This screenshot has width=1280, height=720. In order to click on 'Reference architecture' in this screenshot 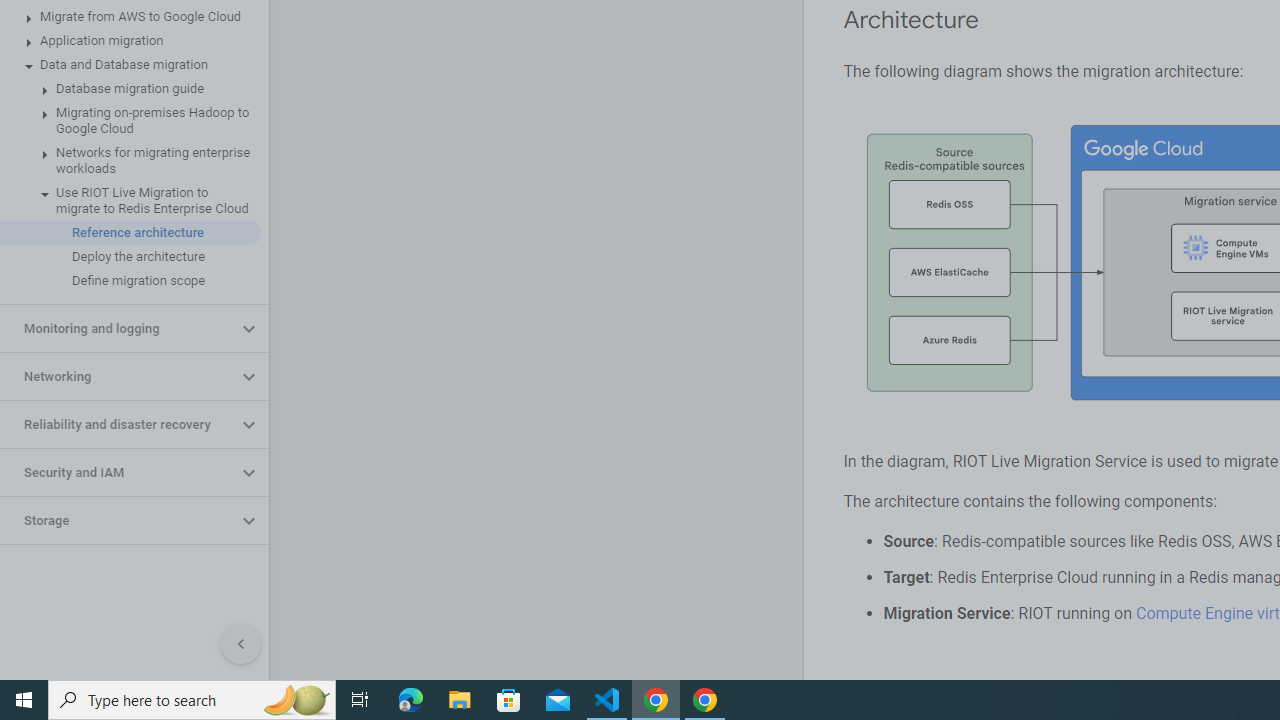, I will do `click(129, 231)`.